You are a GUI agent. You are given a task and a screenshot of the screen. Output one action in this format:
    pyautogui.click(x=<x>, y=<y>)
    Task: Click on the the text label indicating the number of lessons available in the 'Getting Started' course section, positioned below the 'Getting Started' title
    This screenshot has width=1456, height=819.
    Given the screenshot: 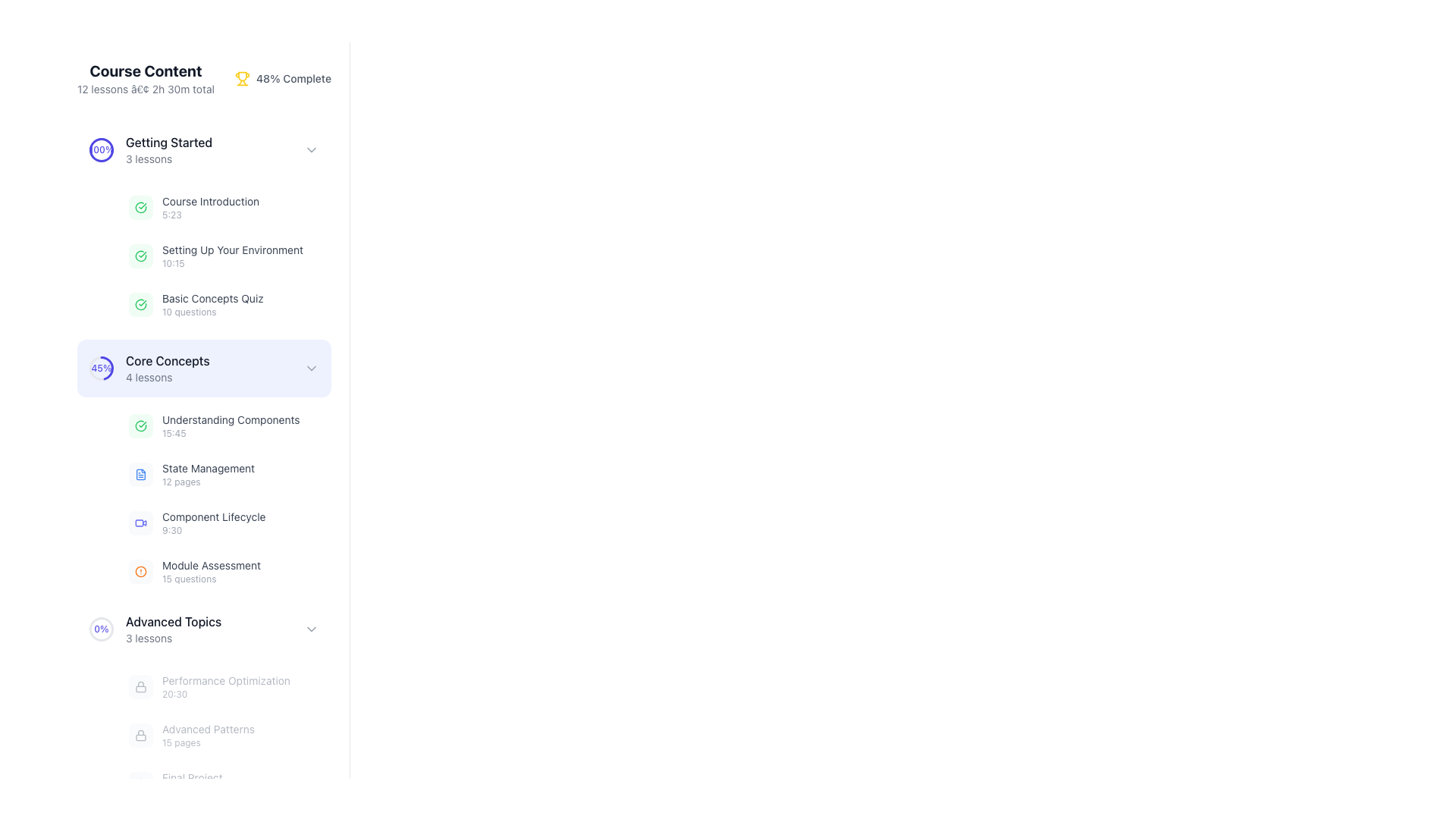 What is the action you would take?
    pyautogui.click(x=169, y=158)
    